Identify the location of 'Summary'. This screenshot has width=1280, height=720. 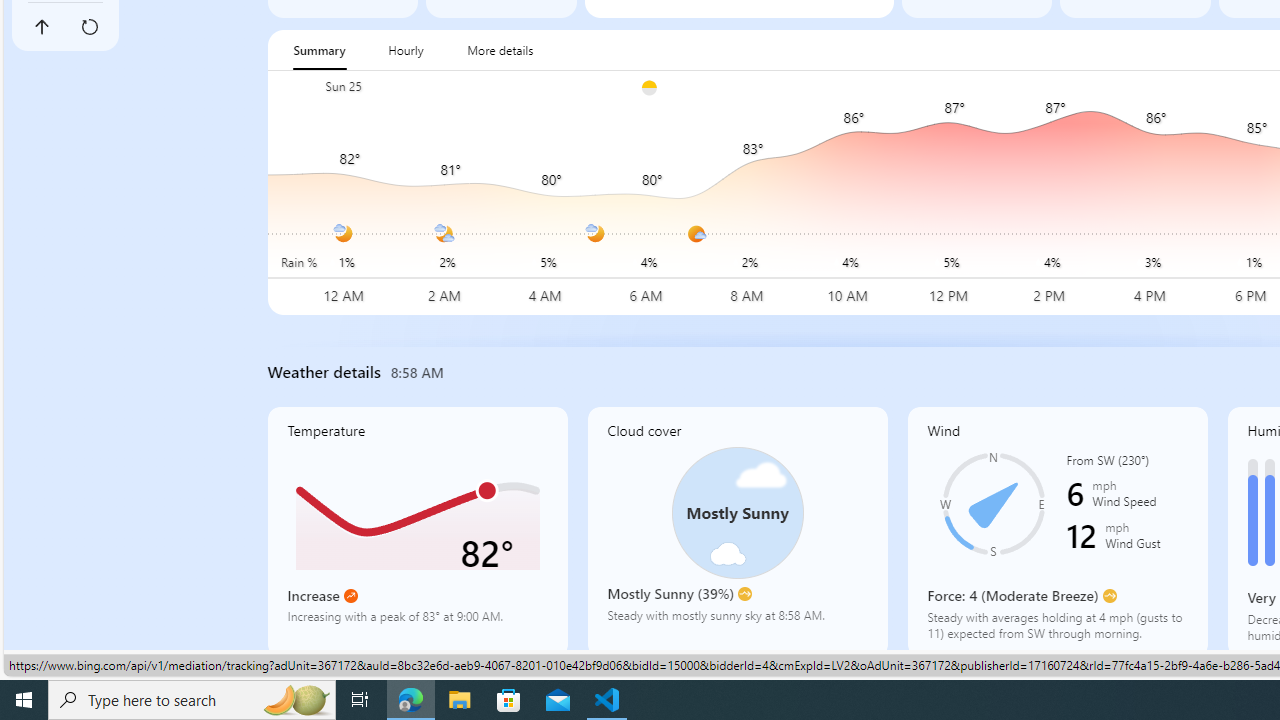
(318, 49).